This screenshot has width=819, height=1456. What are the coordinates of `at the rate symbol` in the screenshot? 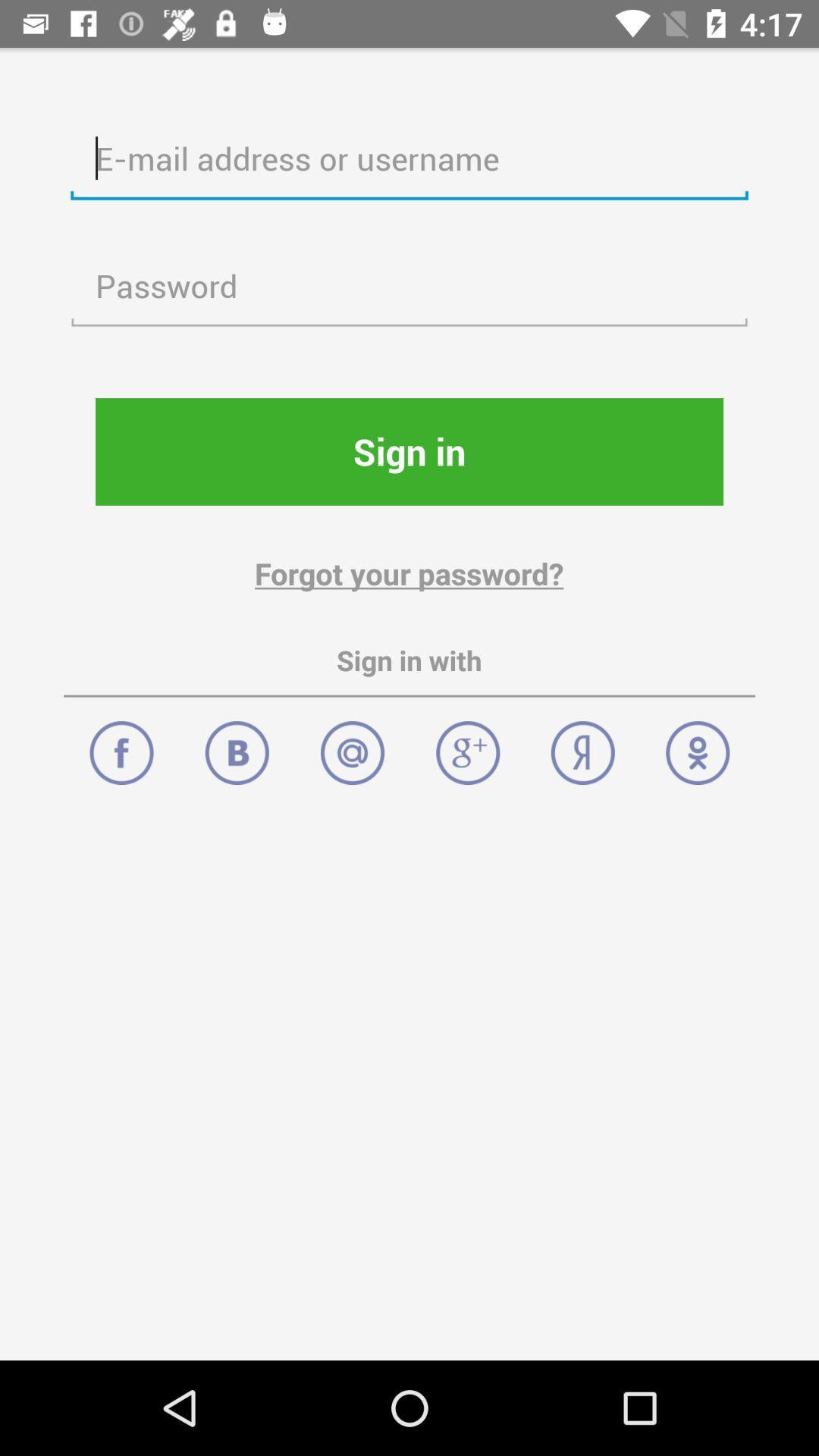 It's located at (353, 745).